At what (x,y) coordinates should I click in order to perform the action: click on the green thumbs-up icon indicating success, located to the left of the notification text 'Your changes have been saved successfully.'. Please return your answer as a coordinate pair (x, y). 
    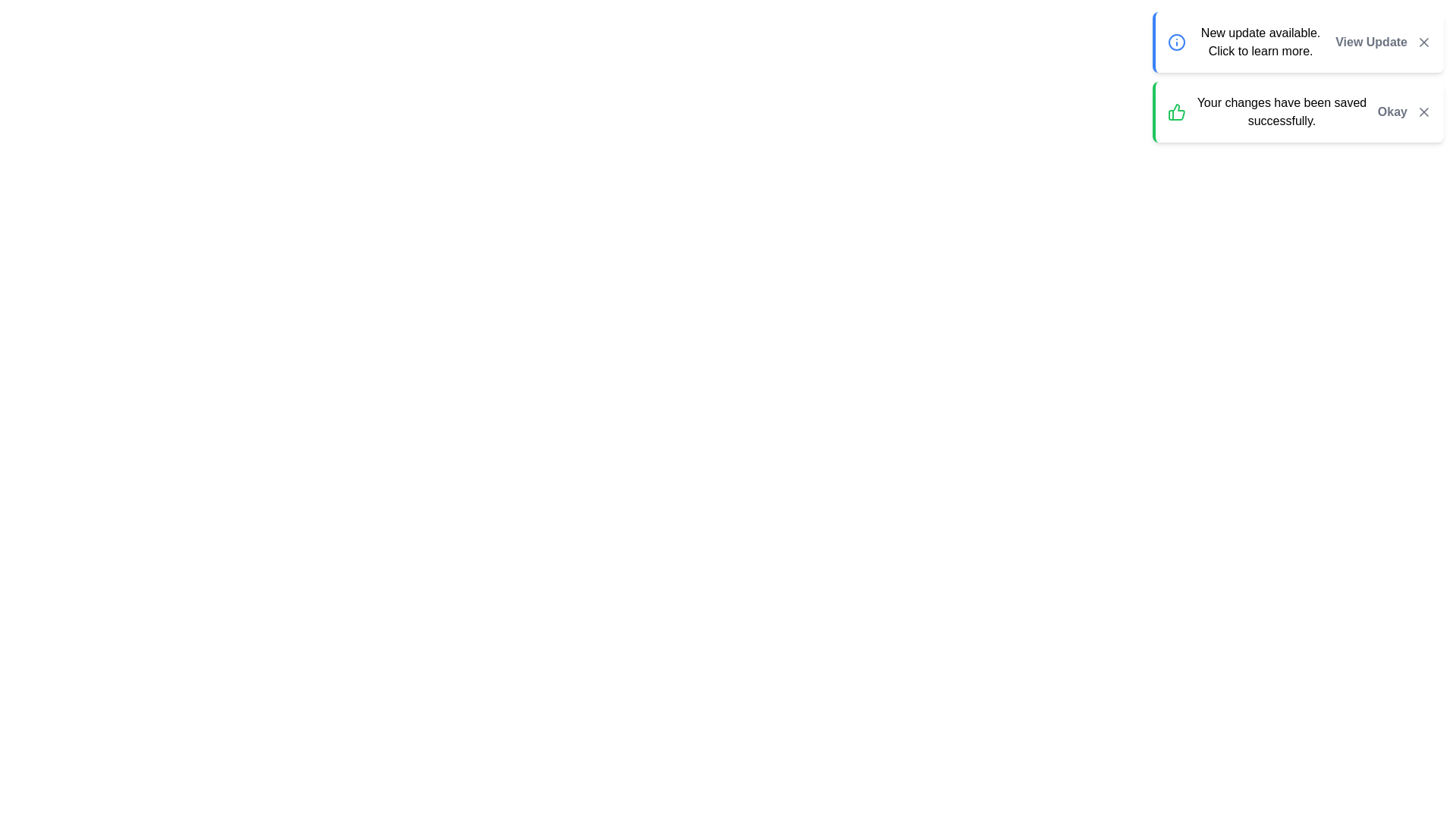
    Looking at the image, I should click on (1175, 111).